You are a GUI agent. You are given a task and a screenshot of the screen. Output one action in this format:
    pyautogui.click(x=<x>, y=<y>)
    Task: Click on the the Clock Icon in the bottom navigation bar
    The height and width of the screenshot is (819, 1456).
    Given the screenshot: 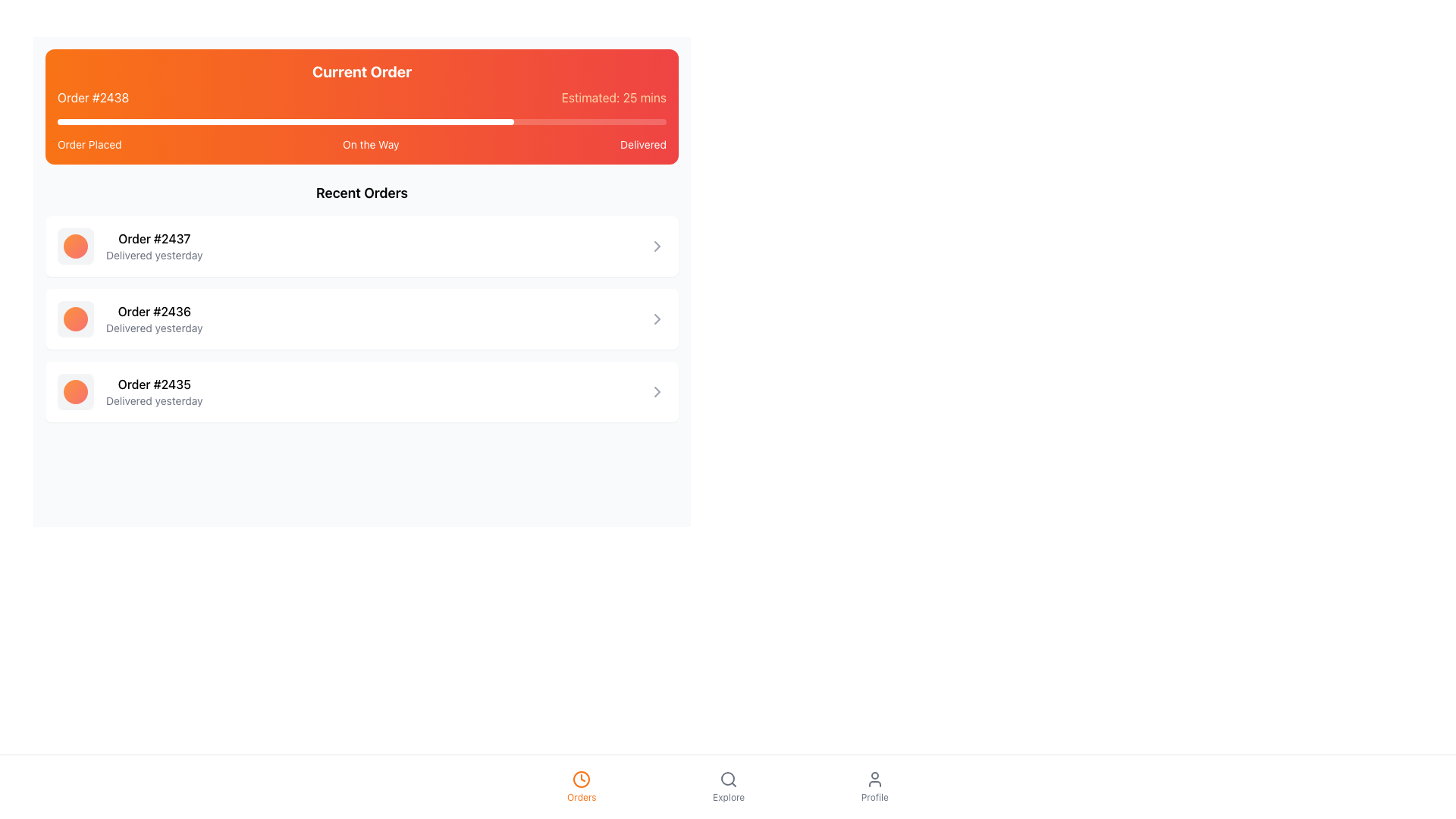 What is the action you would take?
    pyautogui.click(x=581, y=780)
    